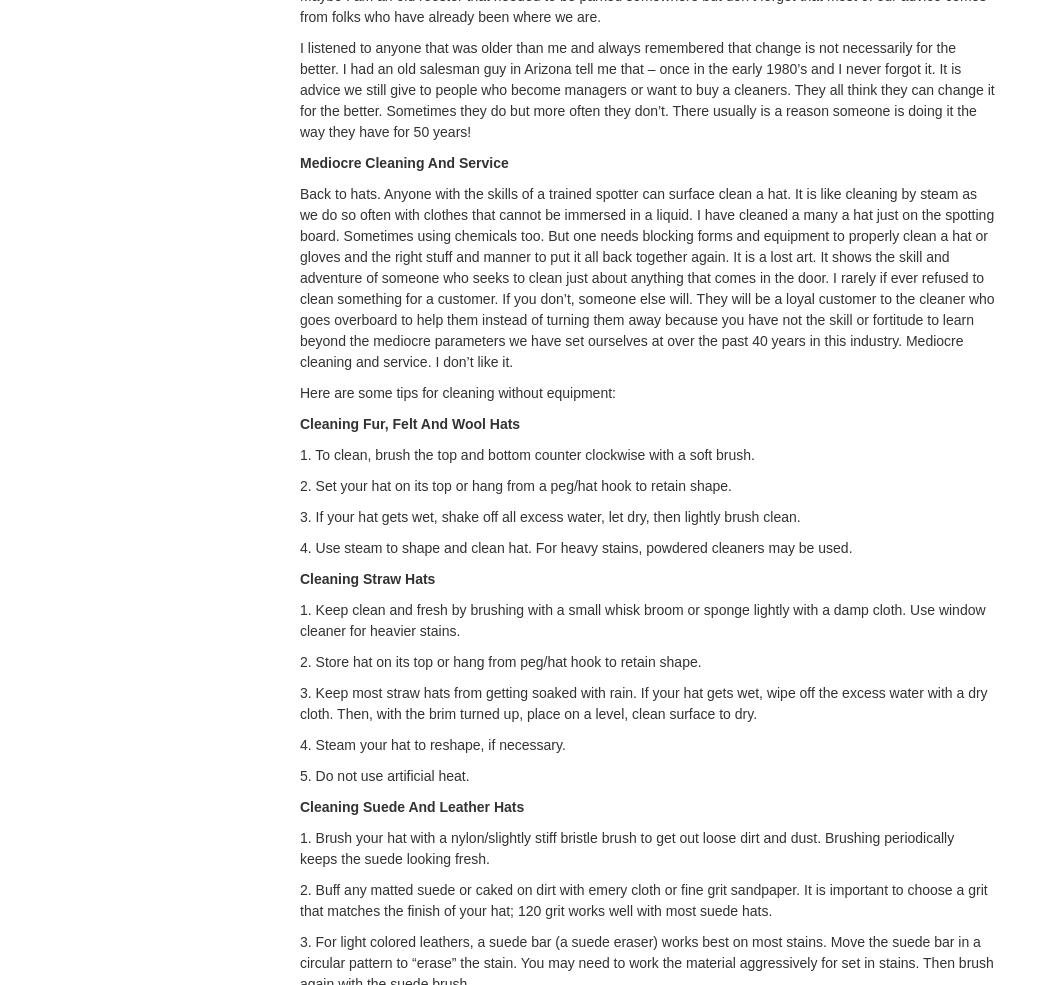  I want to click on '2. Set your hat on its top or hang from a peg/hat hook to retain shape.', so click(514, 484).